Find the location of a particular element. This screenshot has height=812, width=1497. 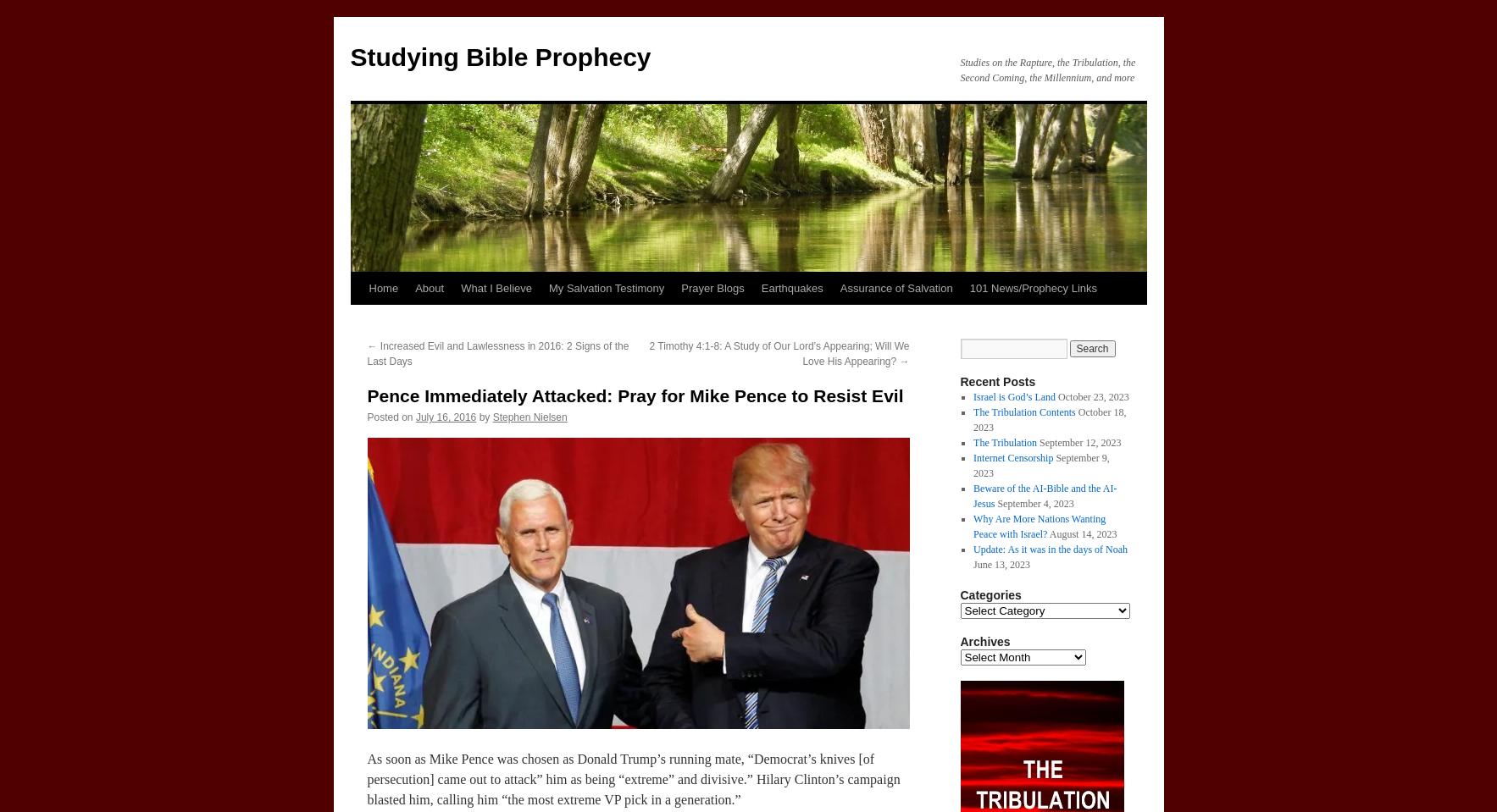

'Archives' is located at coordinates (984, 641).